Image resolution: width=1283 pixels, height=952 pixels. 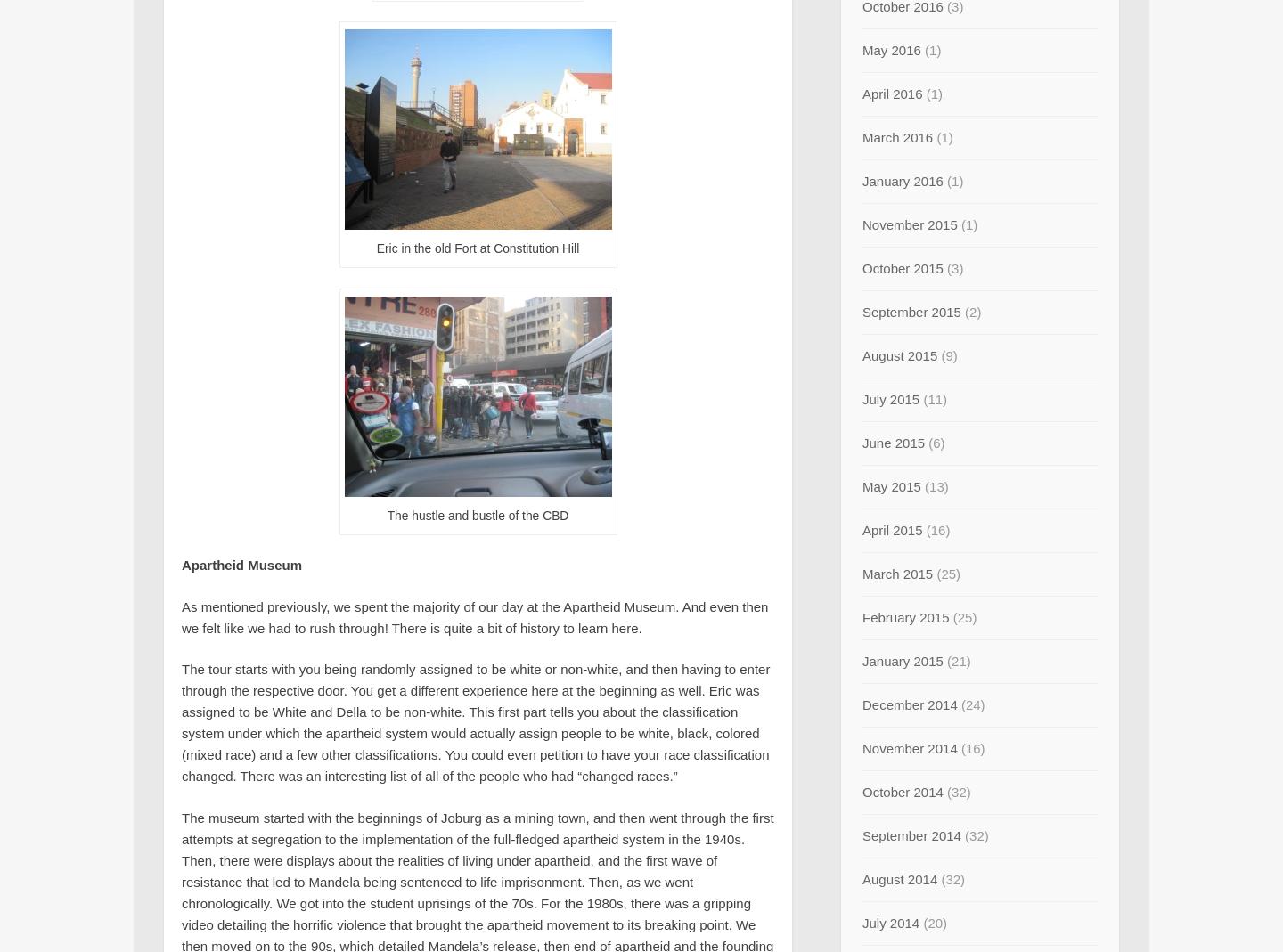 What do you see at coordinates (904, 616) in the screenshot?
I see `'February 2015'` at bounding box center [904, 616].